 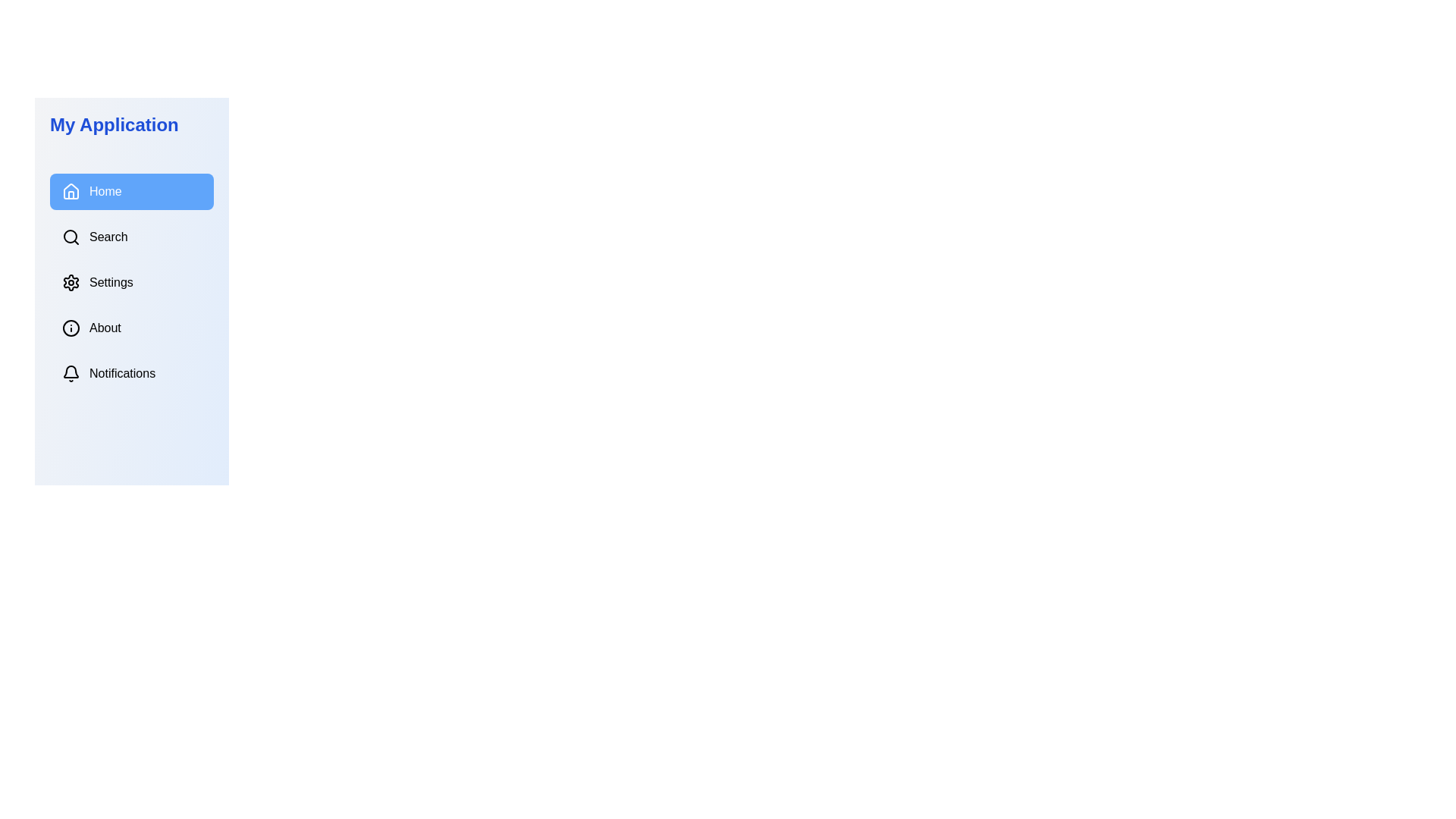 What do you see at coordinates (113, 124) in the screenshot?
I see `the text label displaying 'My Application' which is styled in bold blue font and serves as a title or header at the top left corner of the application interface` at bounding box center [113, 124].